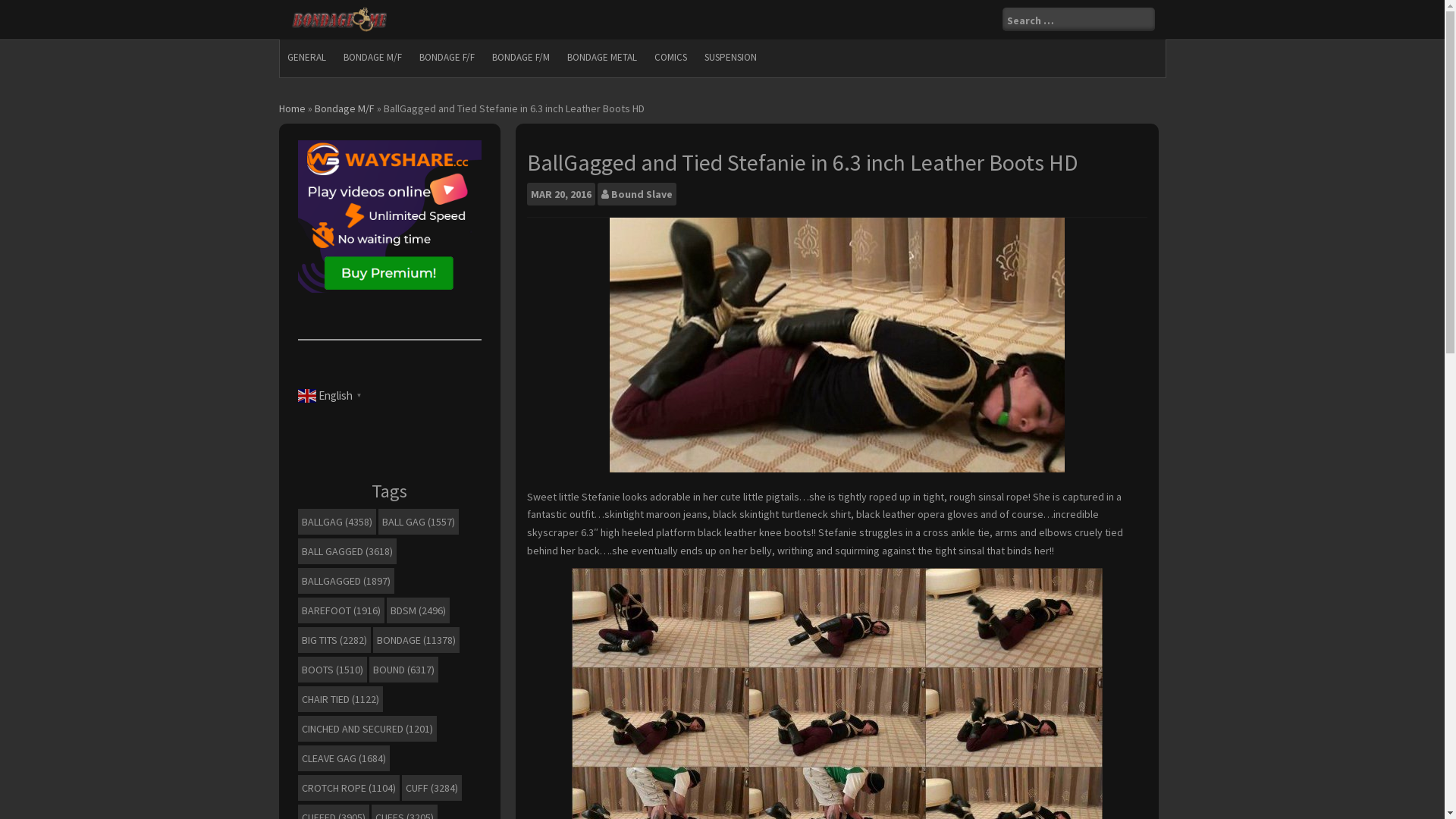 Image resolution: width=1456 pixels, height=819 pixels. Describe the element at coordinates (345, 551) in the screenshot. I see `'BALL GAGGED (3618)'` at that location.